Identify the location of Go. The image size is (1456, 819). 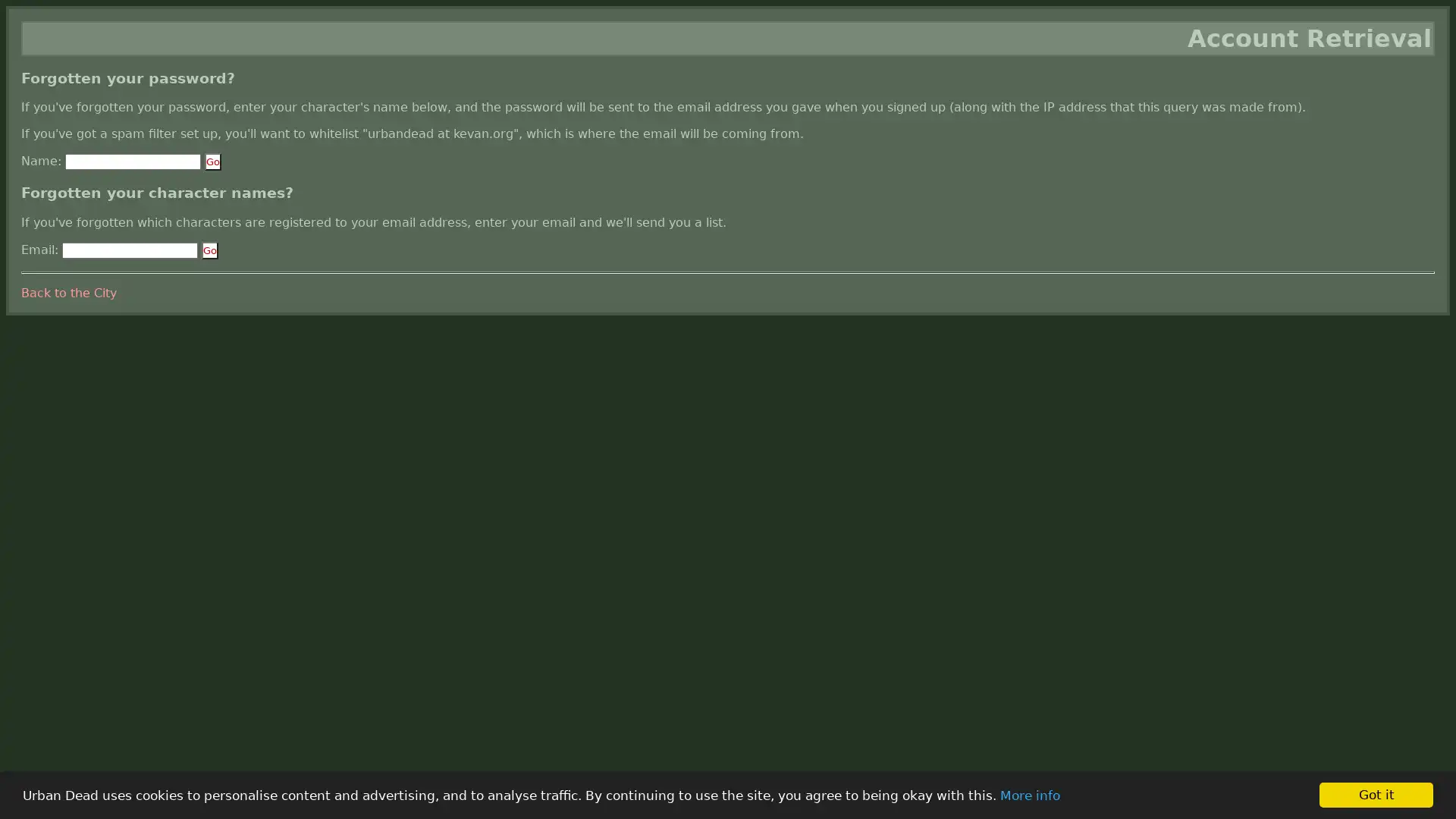
(209, 249).